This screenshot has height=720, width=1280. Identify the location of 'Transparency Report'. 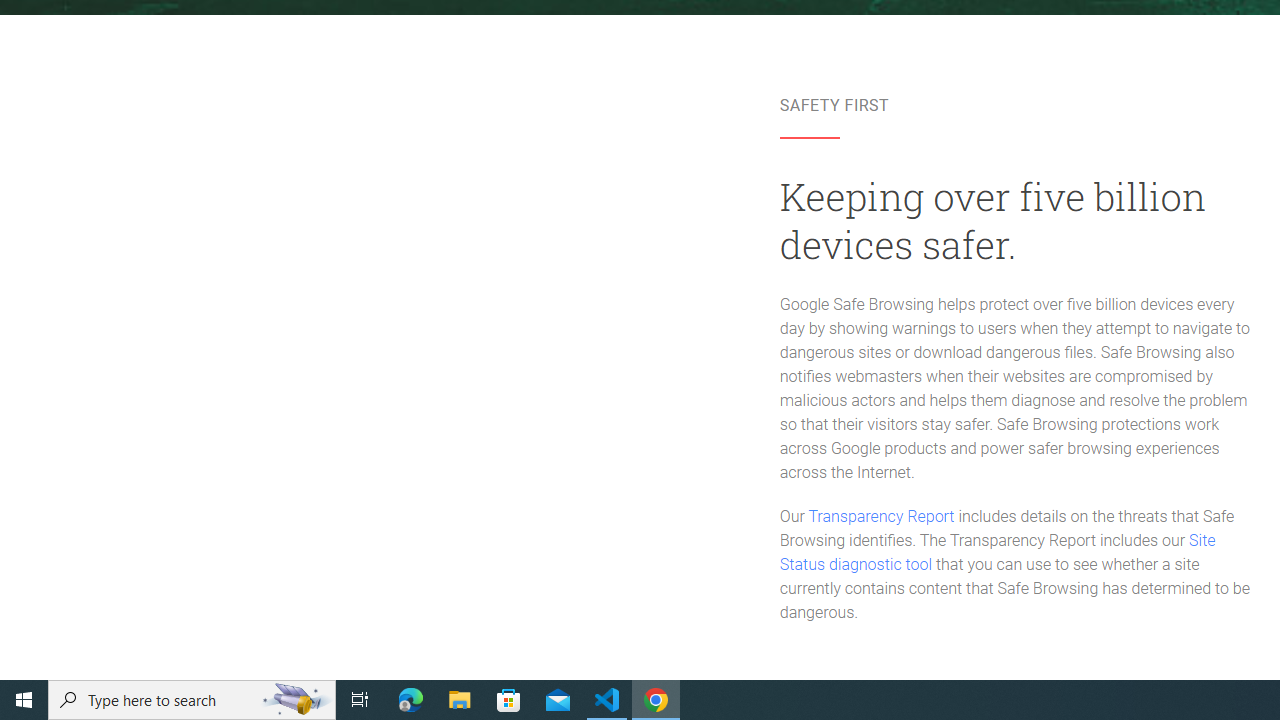
(880, 515).